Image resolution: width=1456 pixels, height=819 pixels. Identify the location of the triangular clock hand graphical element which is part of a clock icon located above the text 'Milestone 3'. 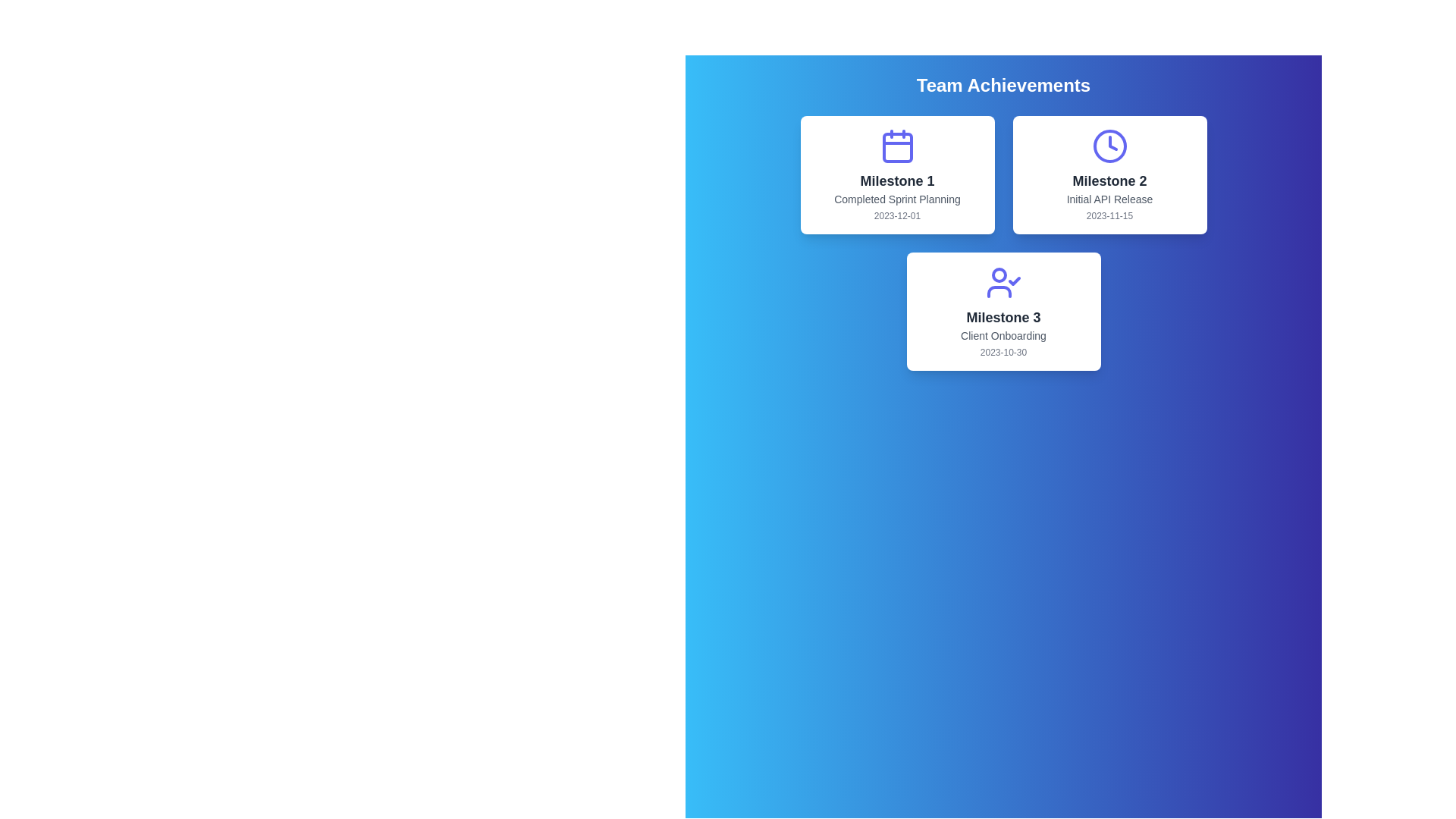
(1112, 143).